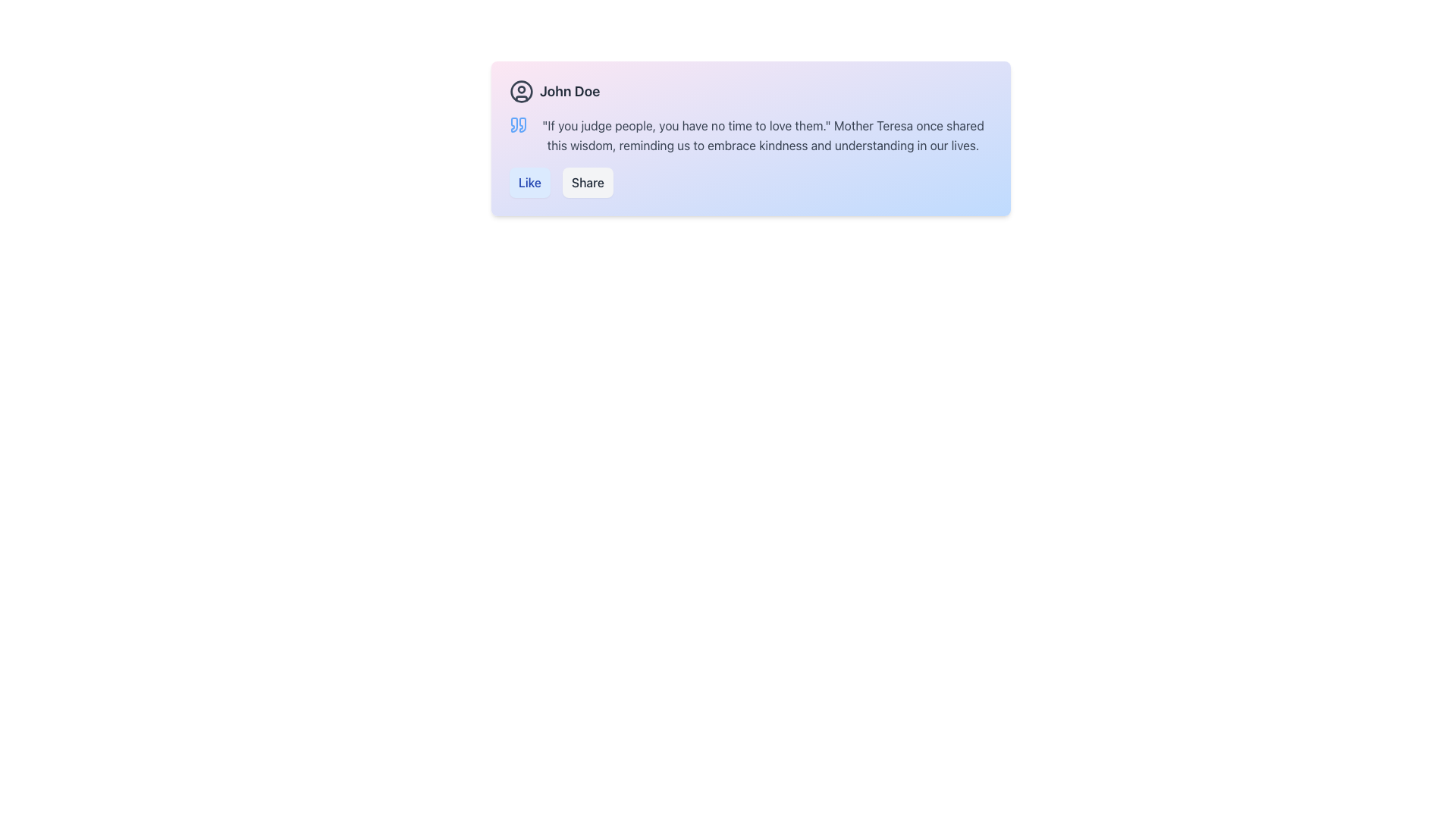 Image resolution: width=1456 pixels, height=819 pixels. Describe the element at coordinates (530, 181) in the screenshot. I see `the 'Like' button with a light blue background to change its background color to a darker blue` at that location.